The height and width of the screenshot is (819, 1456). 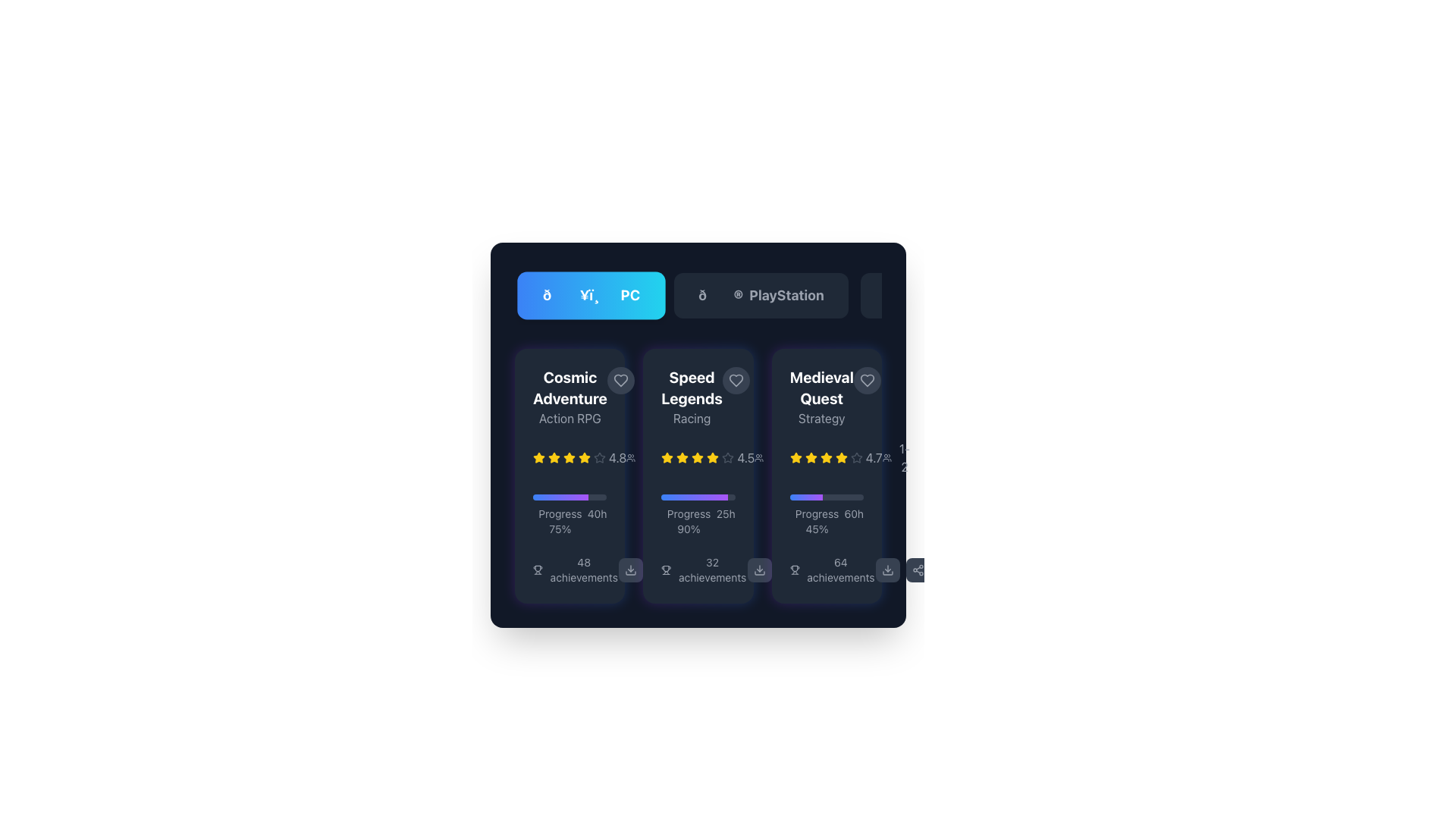 I want to click on the rectangular dark gray button labeled 'PlayStation' located between the 'PC' and 'Xbox' buttons to filter content, so click(x=761, y=295).